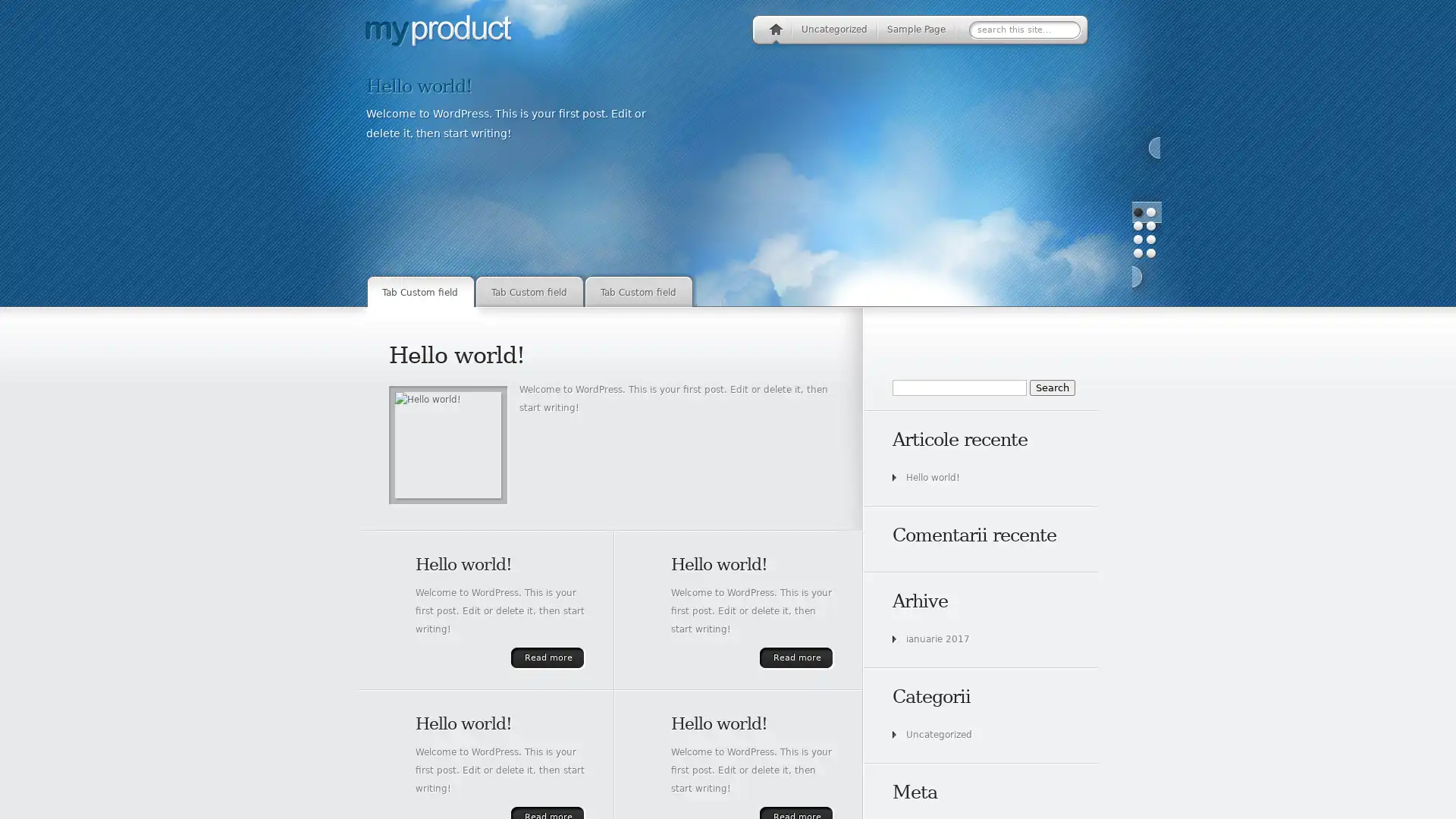 The width and height of the screenshot is (1456, 819). I want to click on Search, so click(1051, 386).